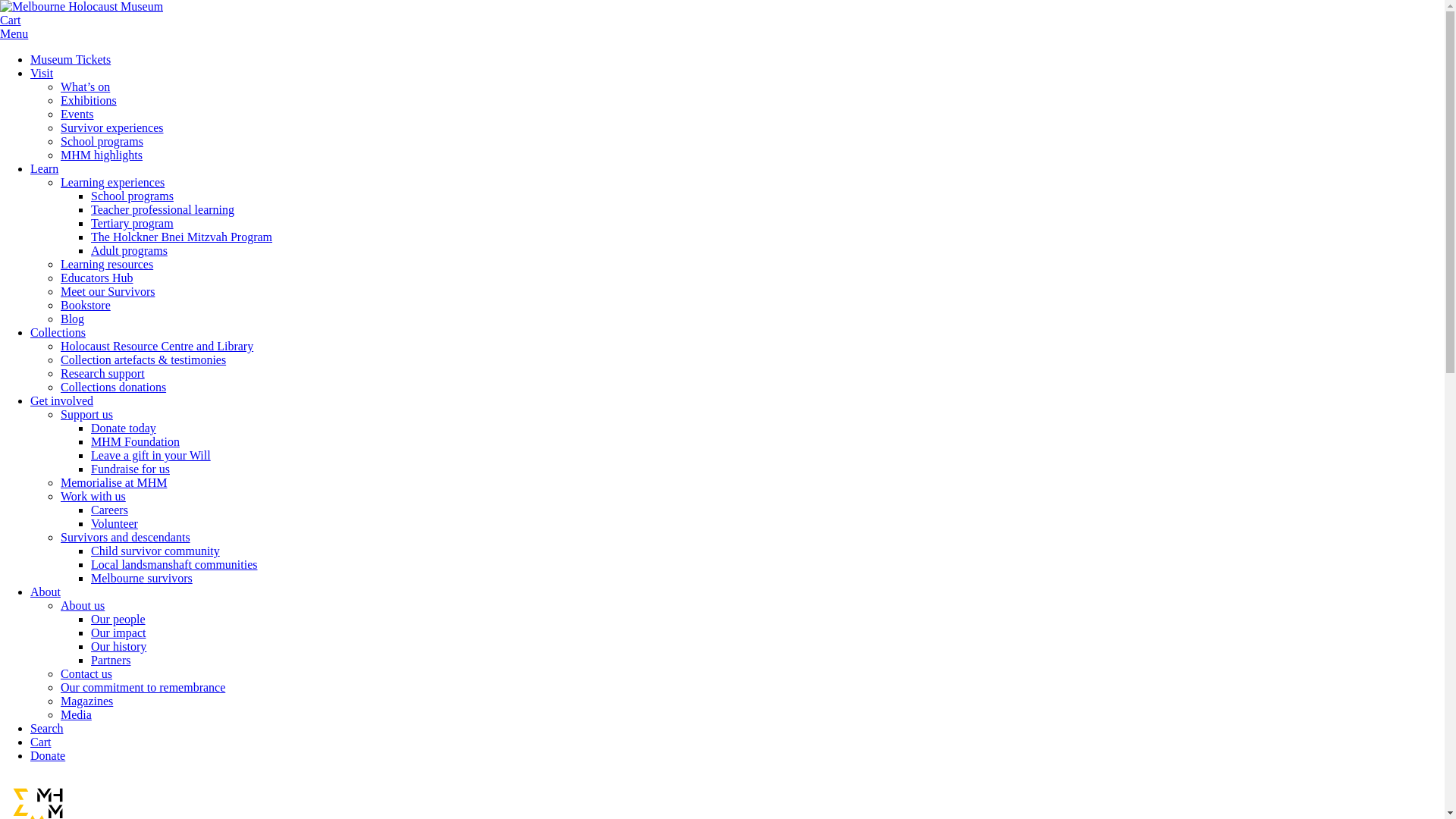  I want to click on 'Our commitment to remembrance', so click(143, 687).